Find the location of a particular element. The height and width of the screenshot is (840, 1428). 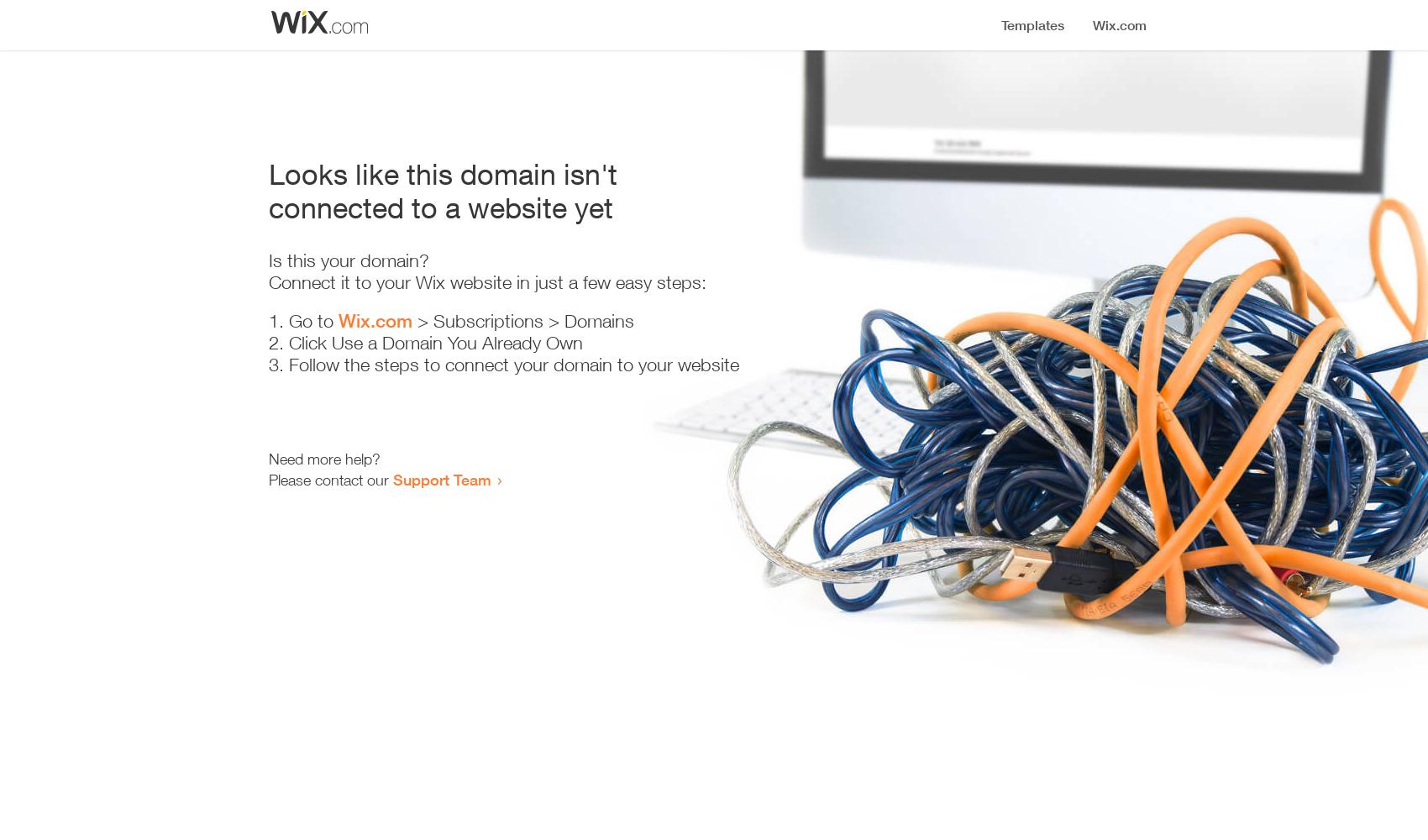

'Go to' is located at coordinates (312, 321).